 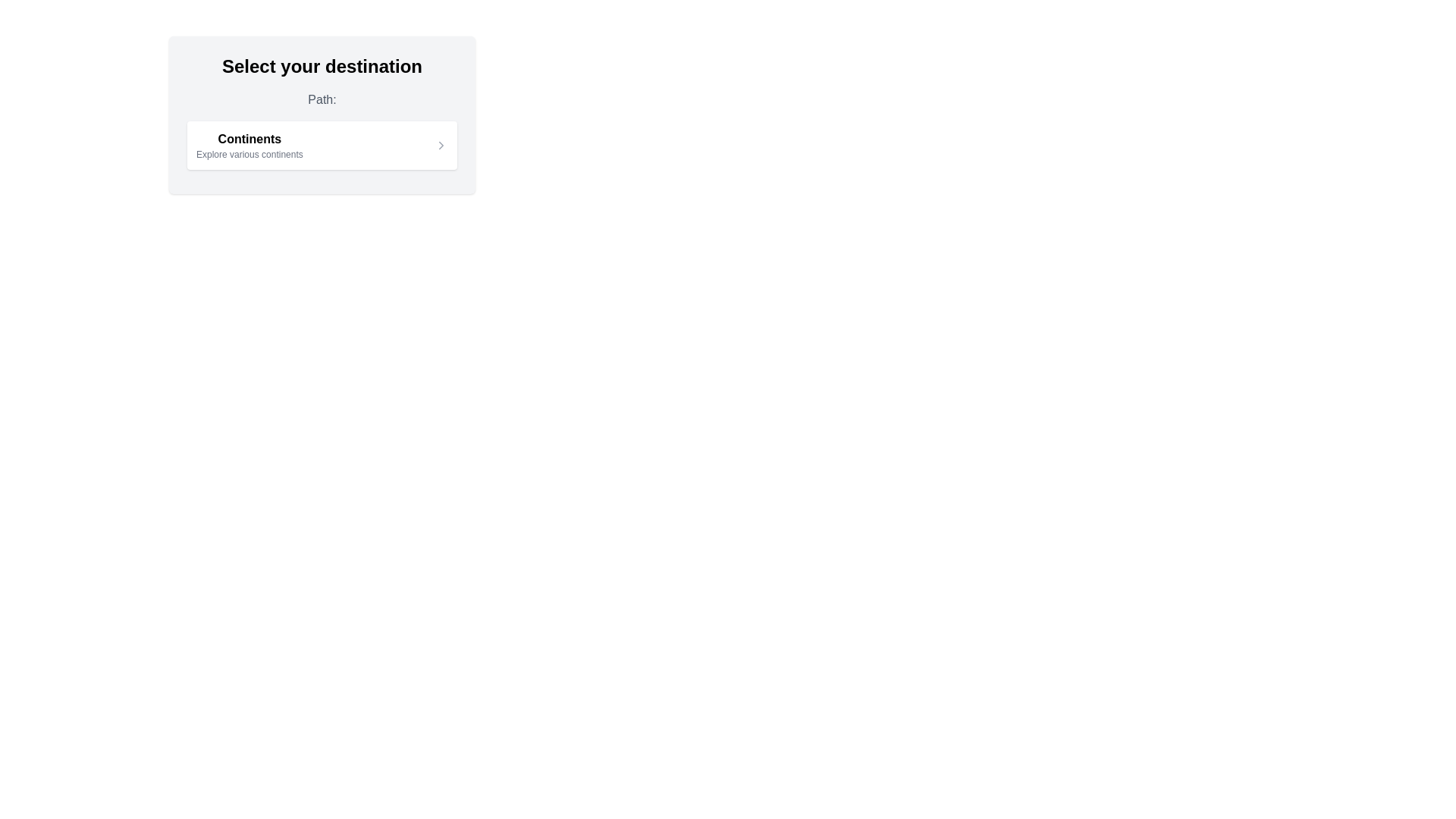 What do you see at coordinates (440, 146) in the screenshot?
I see `the chevron icon located at the far-right end of the 'Continents' button` at bounding box center [440, 146].